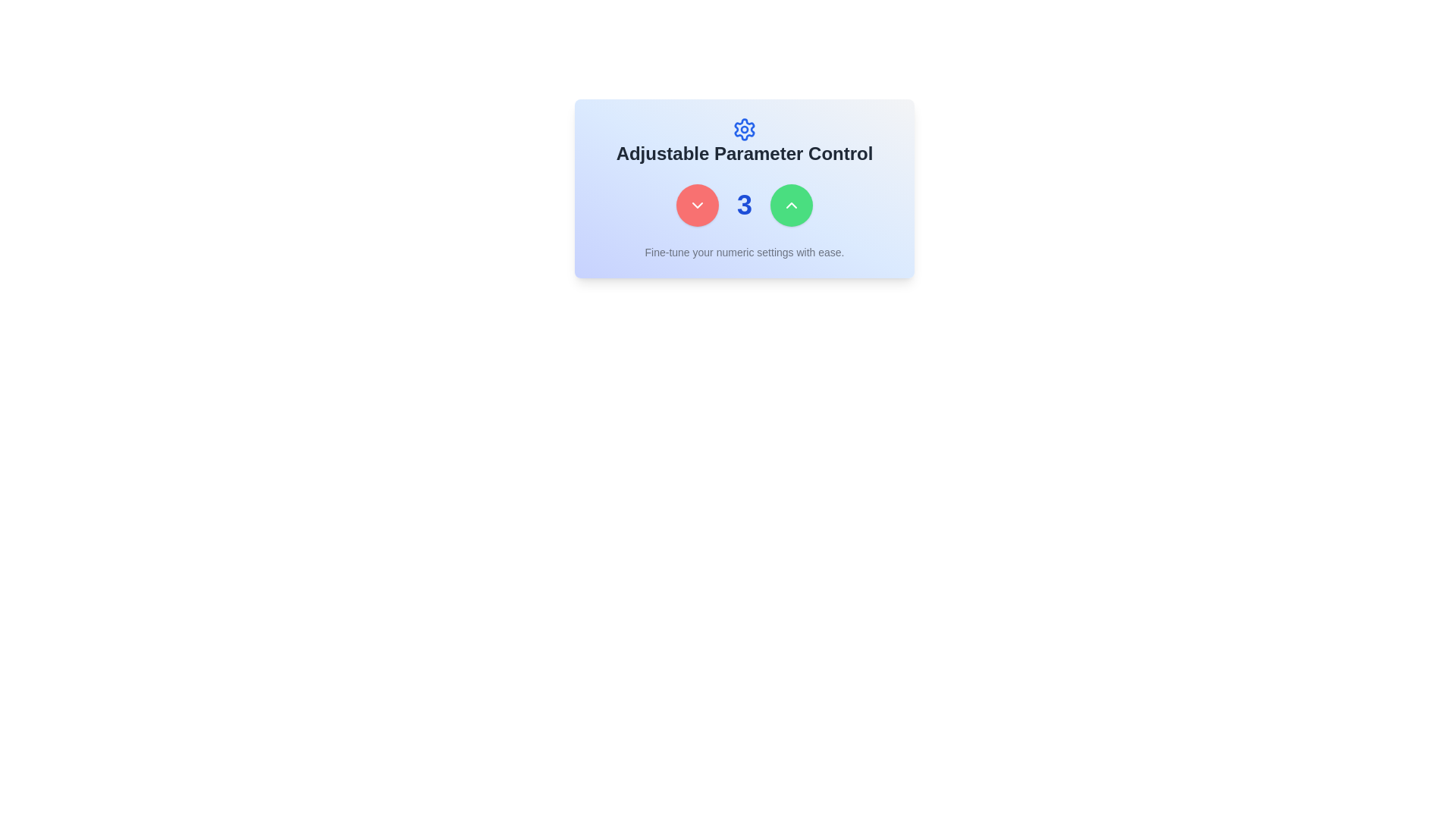 This screenshot has width=1456, height=819. What do you see at coordinates (697, 205) in the screenshot?
I see `the downward-pointing chevron SVG icon, which is styled with thin lines and located inside a circular red background, to reduce the value` at bounding box center [697, 205].